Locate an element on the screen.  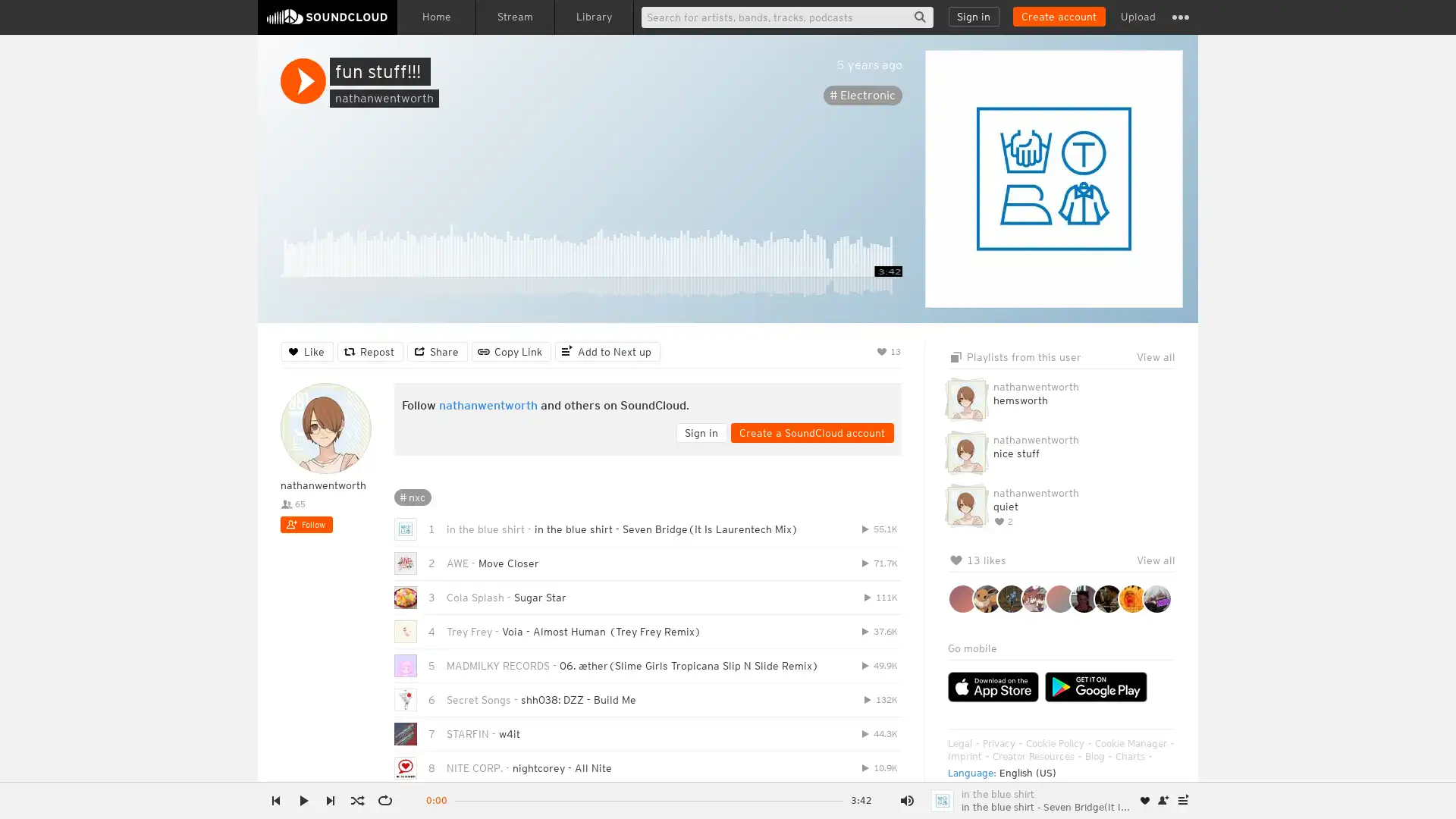
Sign in is located at coordinates (974, 17).